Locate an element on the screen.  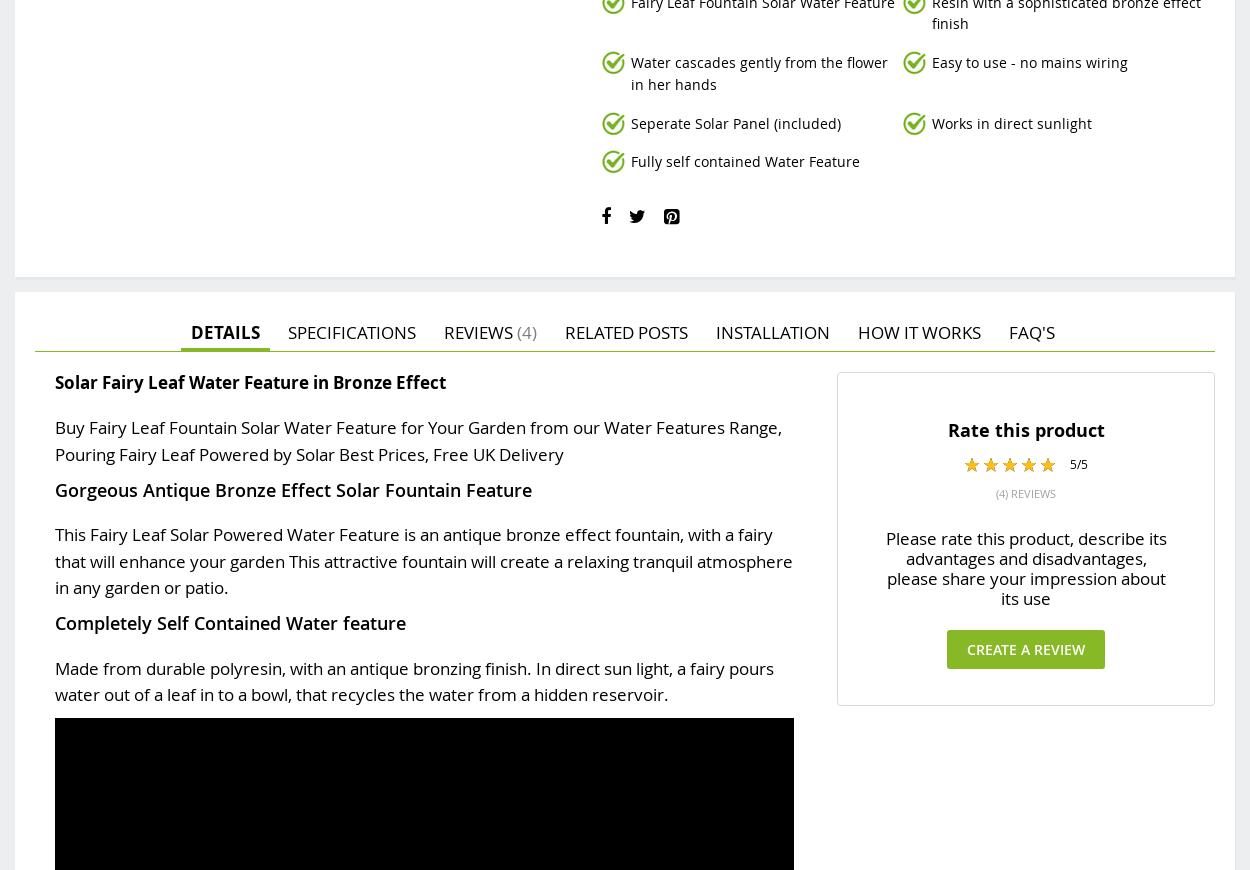
'Please rate this product, describe its advantages and disadvantages, please share your impression about its use' is located at coordinates (885, 567).